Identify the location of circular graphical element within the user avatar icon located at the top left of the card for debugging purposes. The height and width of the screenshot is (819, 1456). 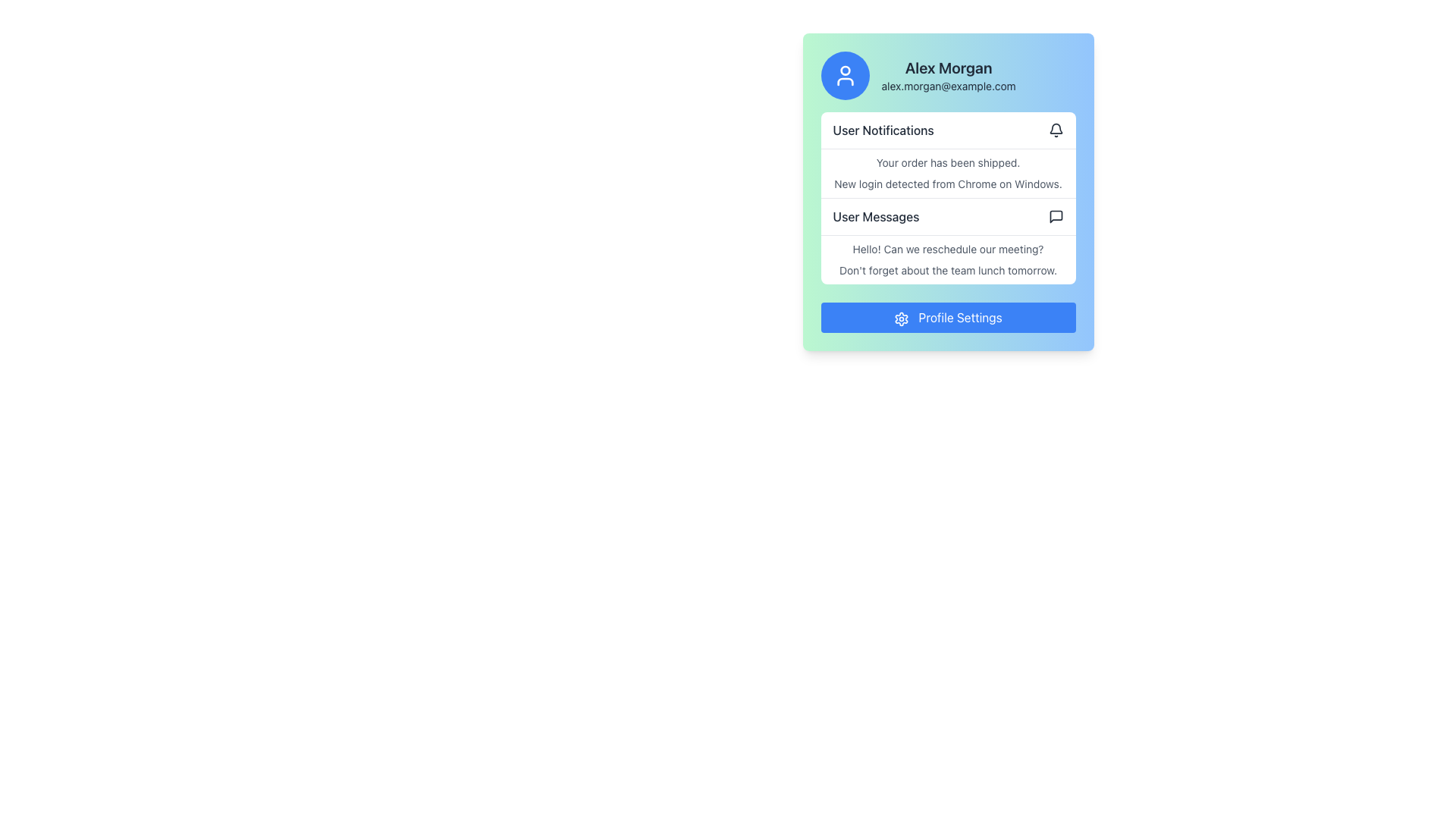
(844, 71).